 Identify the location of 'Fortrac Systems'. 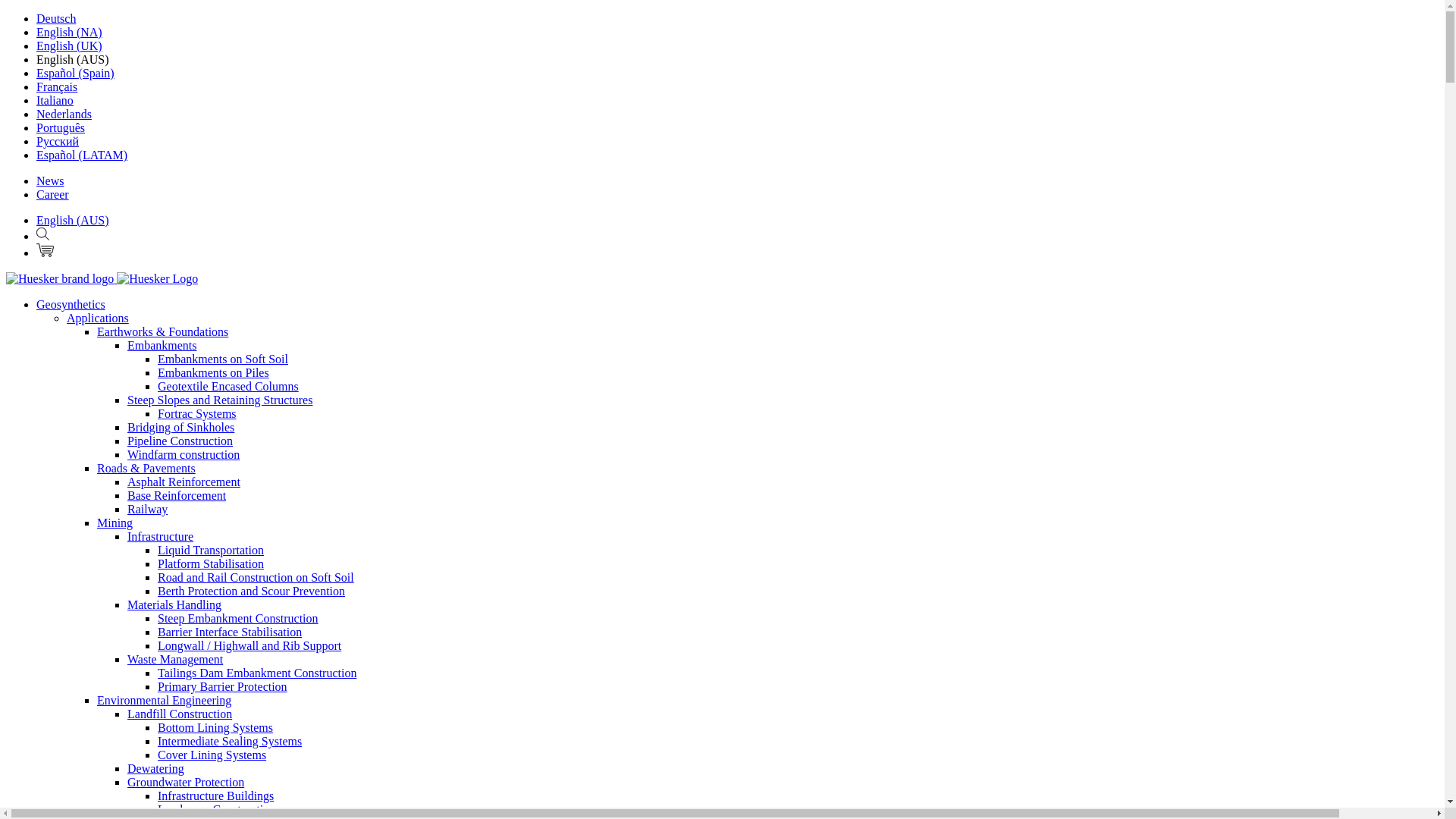
(196, 413).